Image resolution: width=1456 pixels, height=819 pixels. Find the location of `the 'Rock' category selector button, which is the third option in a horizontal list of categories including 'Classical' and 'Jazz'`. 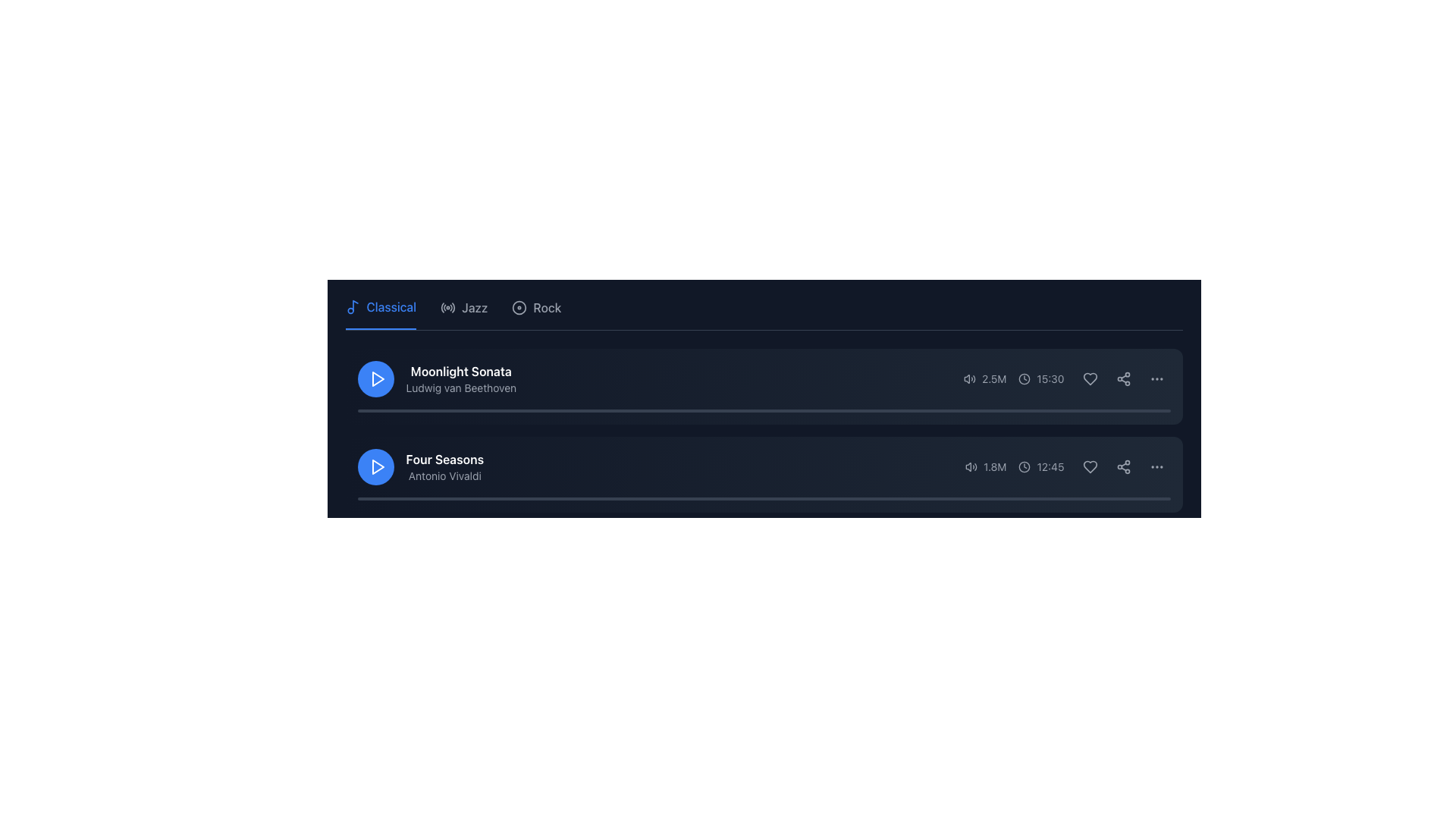

the 'Rock' category selector button, which is the third option in a horizontal list of categories including 'Classical' and 'Jazz' is located at coordinates (536, 312).